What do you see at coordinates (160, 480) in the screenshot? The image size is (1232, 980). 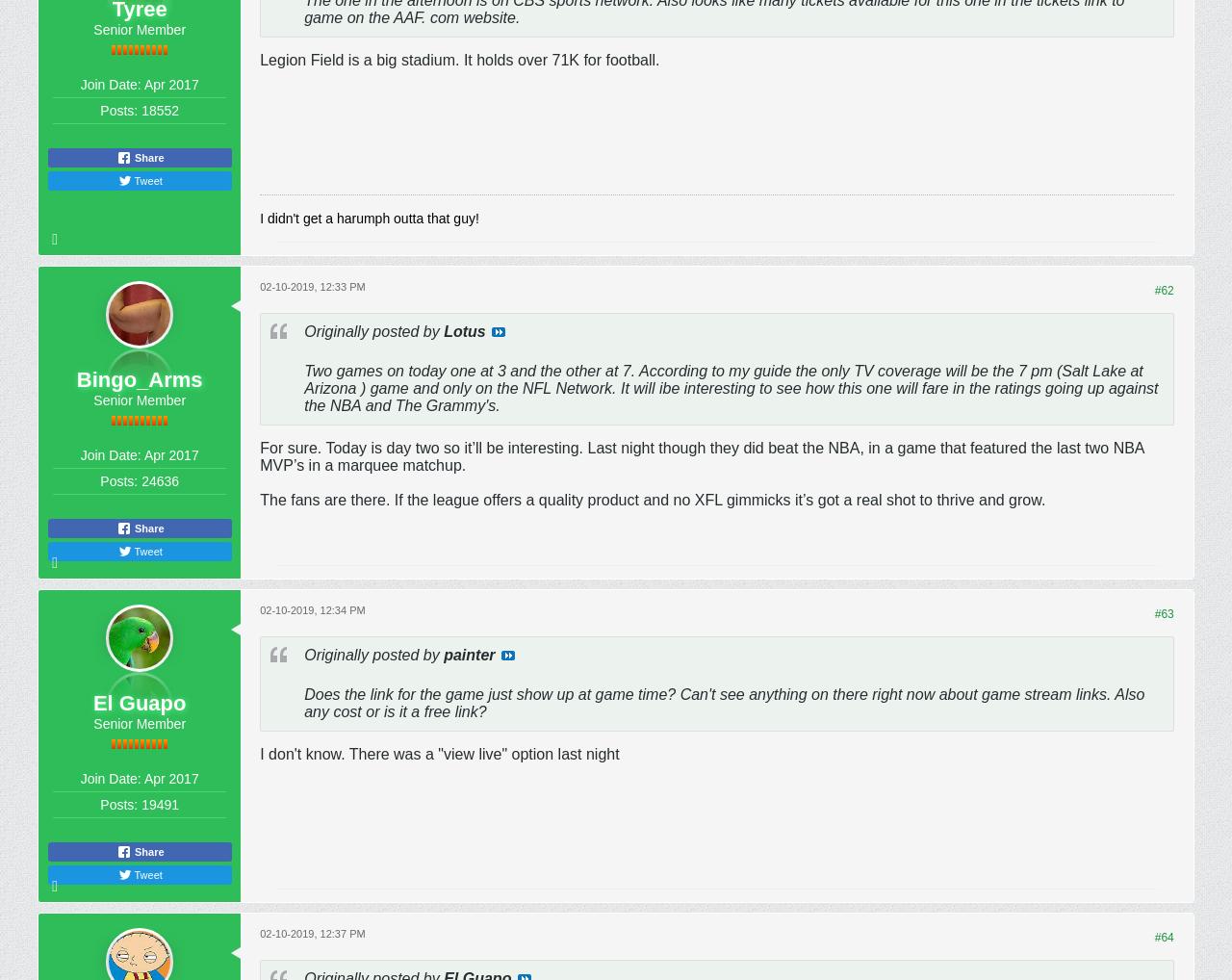 I see `'24636'` at bounding box center [160, 480].